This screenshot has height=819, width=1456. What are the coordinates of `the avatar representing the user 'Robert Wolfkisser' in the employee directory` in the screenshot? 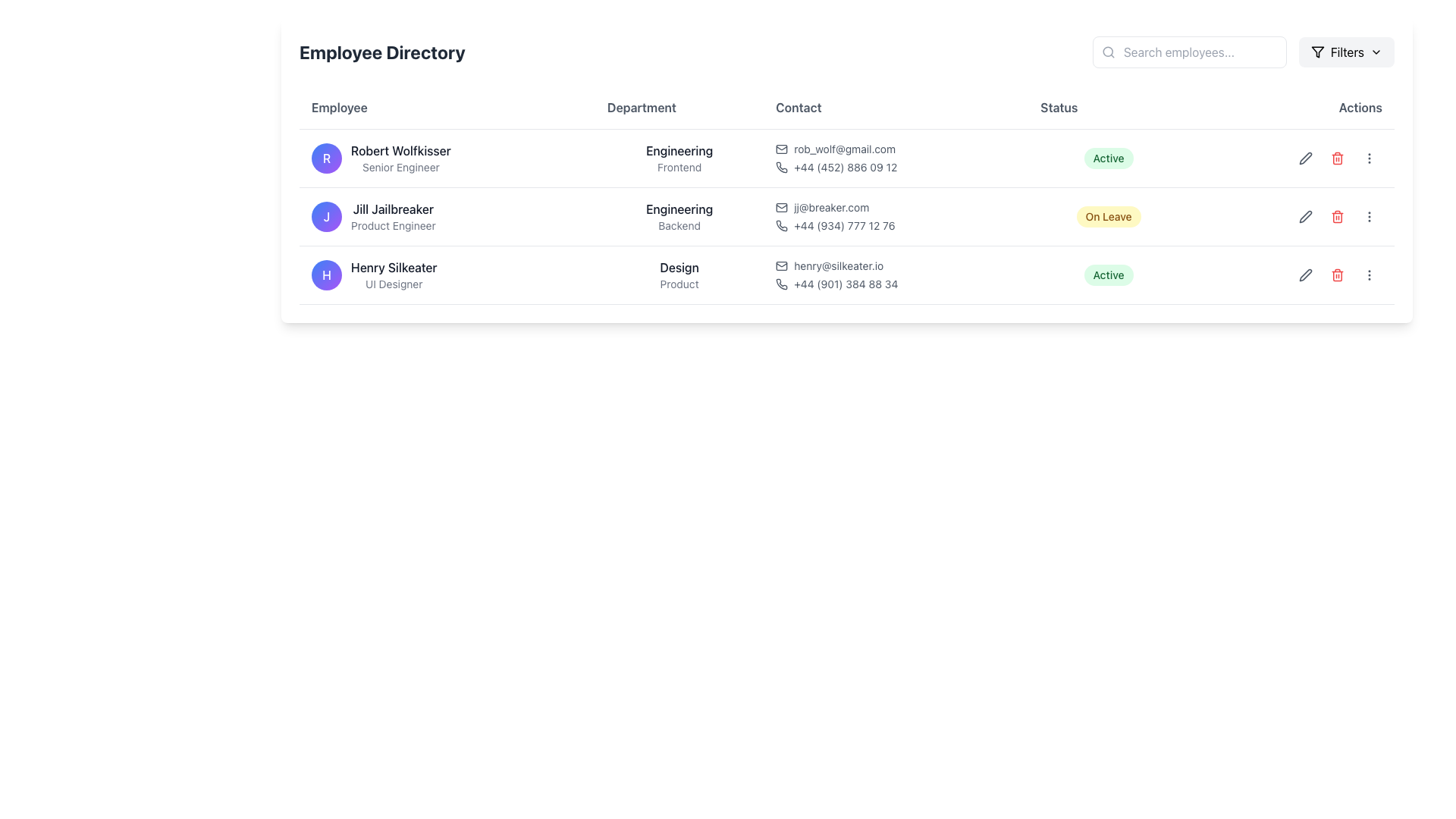 It's located at (326, 158).